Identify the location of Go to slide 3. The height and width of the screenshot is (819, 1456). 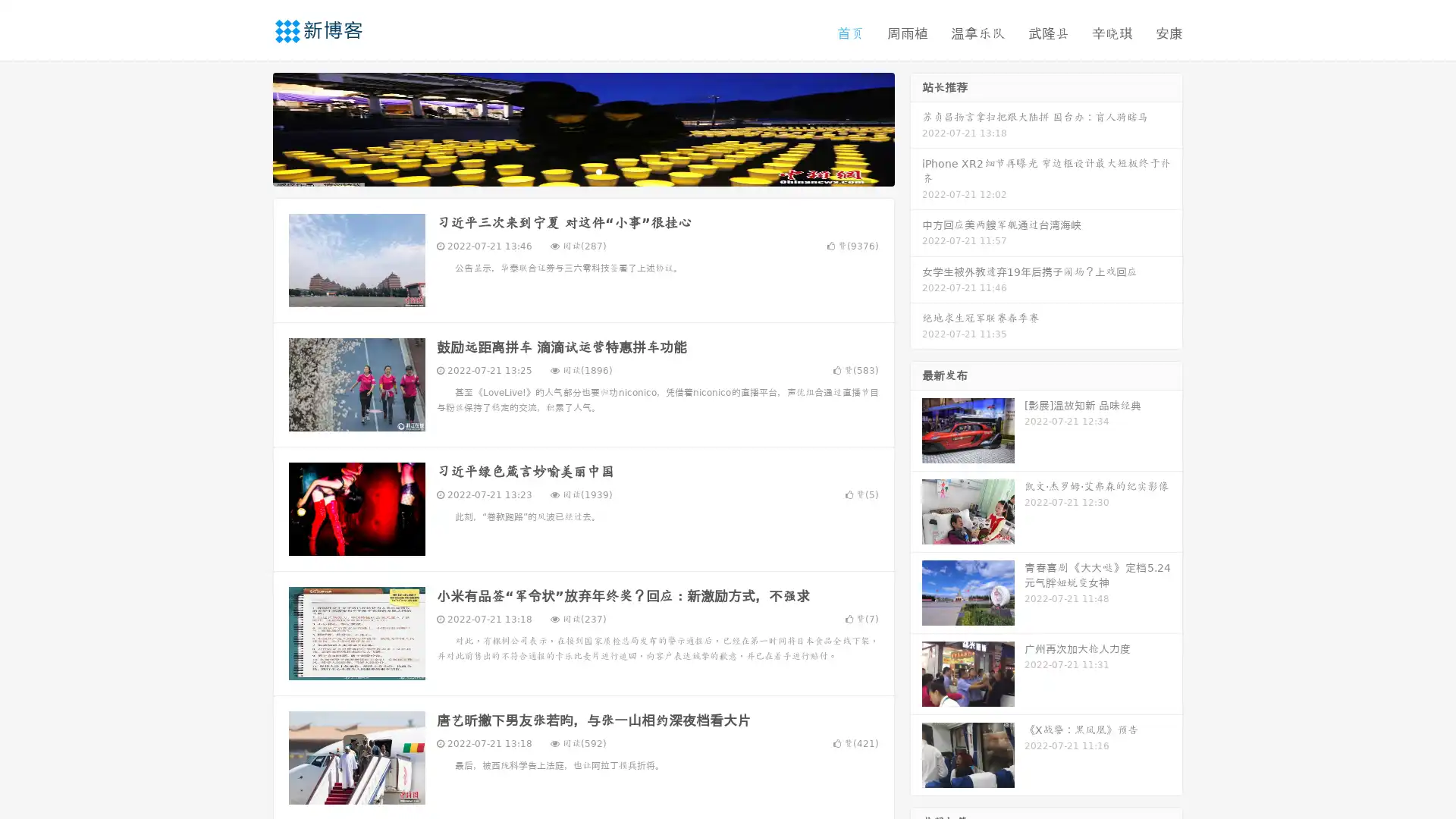
(598, 171).